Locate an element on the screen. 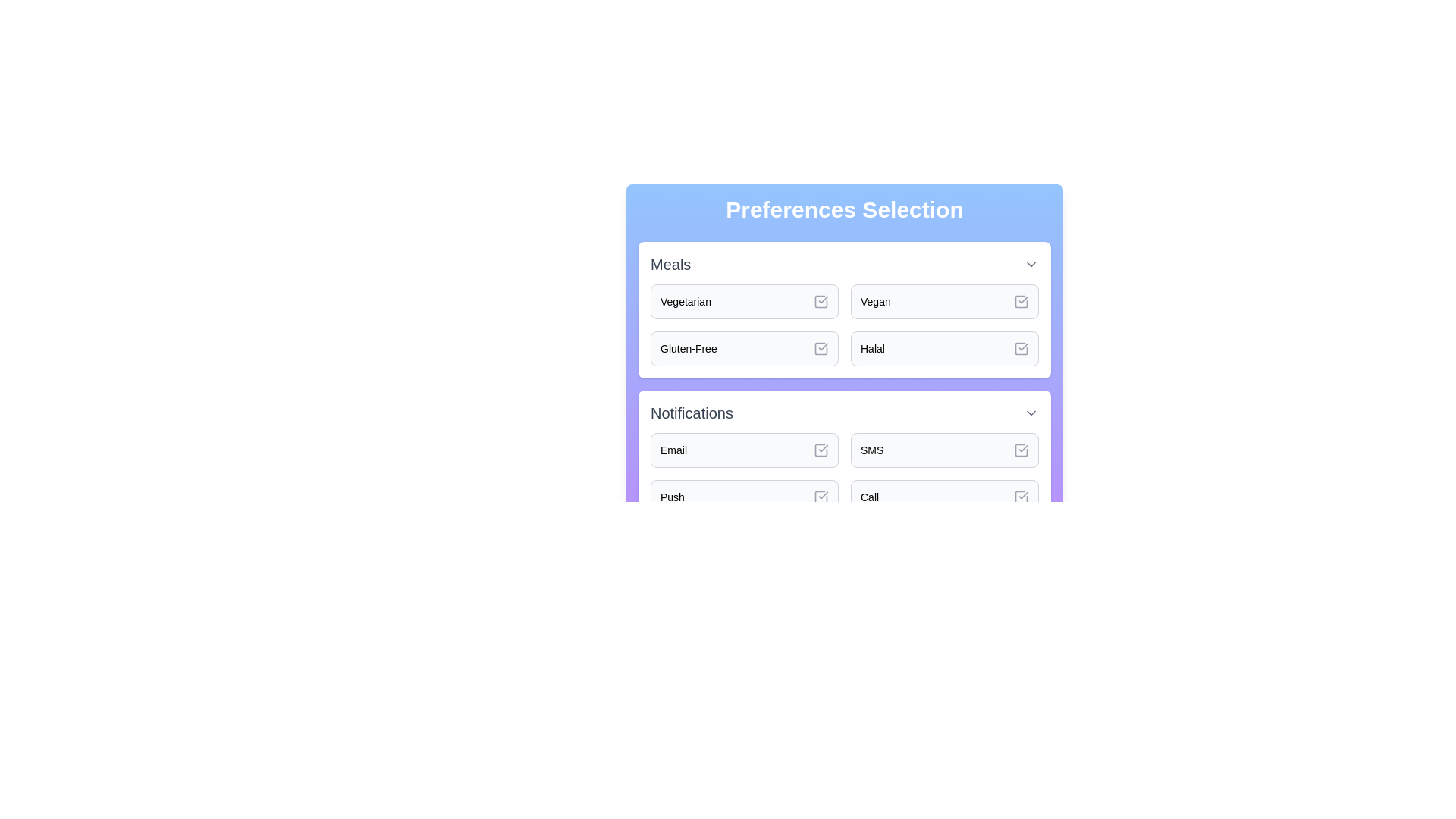 This screenshot has width=1456, height=819. the 'Vegan' selectable option button located in the upper row of the 'Meals' section is located at coordinates (944, 301).